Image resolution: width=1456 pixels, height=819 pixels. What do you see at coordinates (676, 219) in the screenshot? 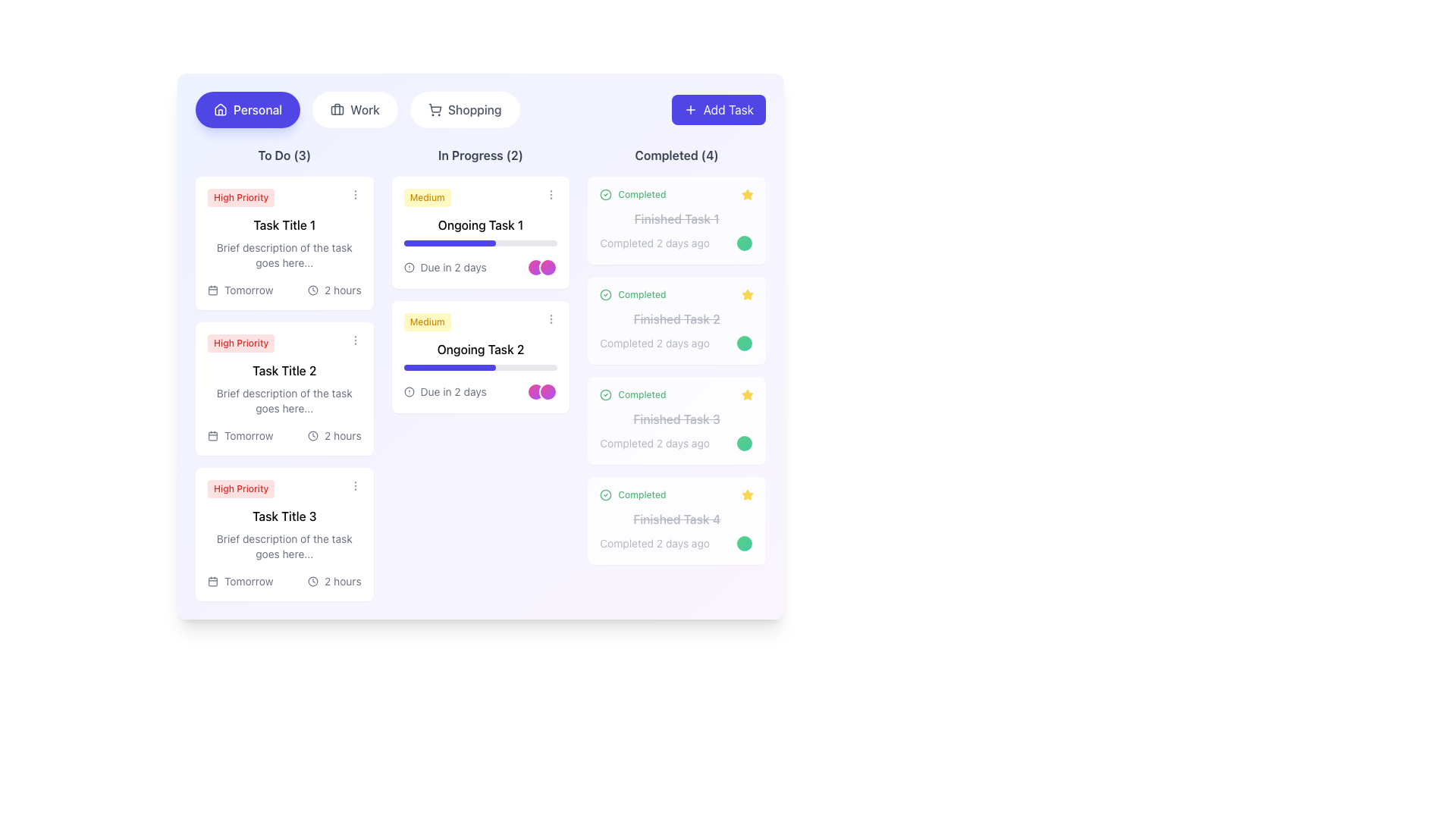
I see `the text label representing a completed task's title located in the rightmost column labeled 'Completed (4)', underneath the 'Completed' label` at bounding box center [676, 219].